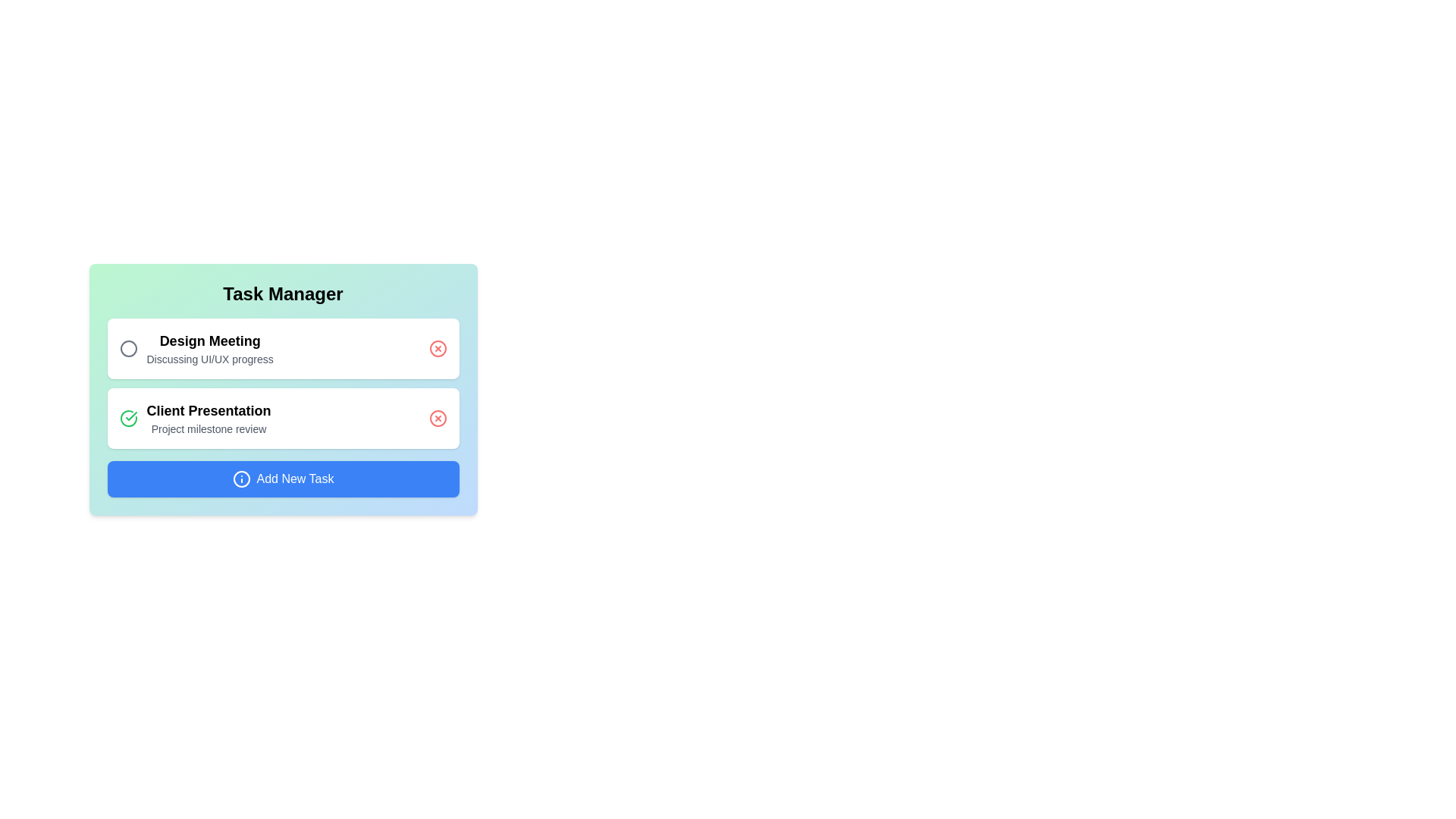 The width and height of the screenshot is (1456, 819). What do you see at coordinates (209, 341) in the screenshot?
I see `the task labeled 'Design Meeting' to inspect its details` at bounding box center [209, 341].